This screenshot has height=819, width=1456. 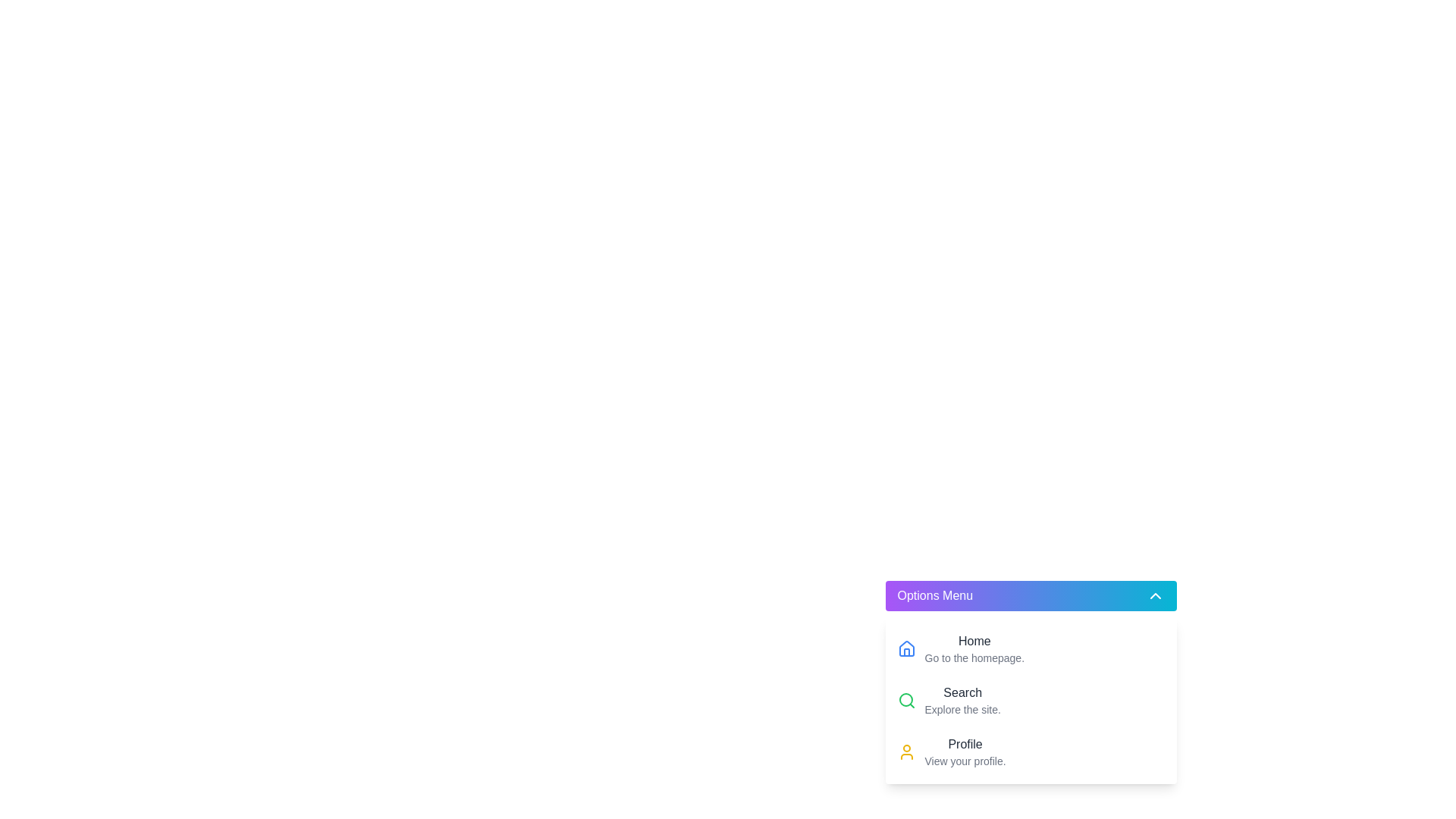 What do you see at coordinates (906, 648) in the screenshot?
I see `the 'Home' icon located on the left side of the 'Home' menu item in the dropdown menu panel to initiate navigation` at bounding box center [906, 648].